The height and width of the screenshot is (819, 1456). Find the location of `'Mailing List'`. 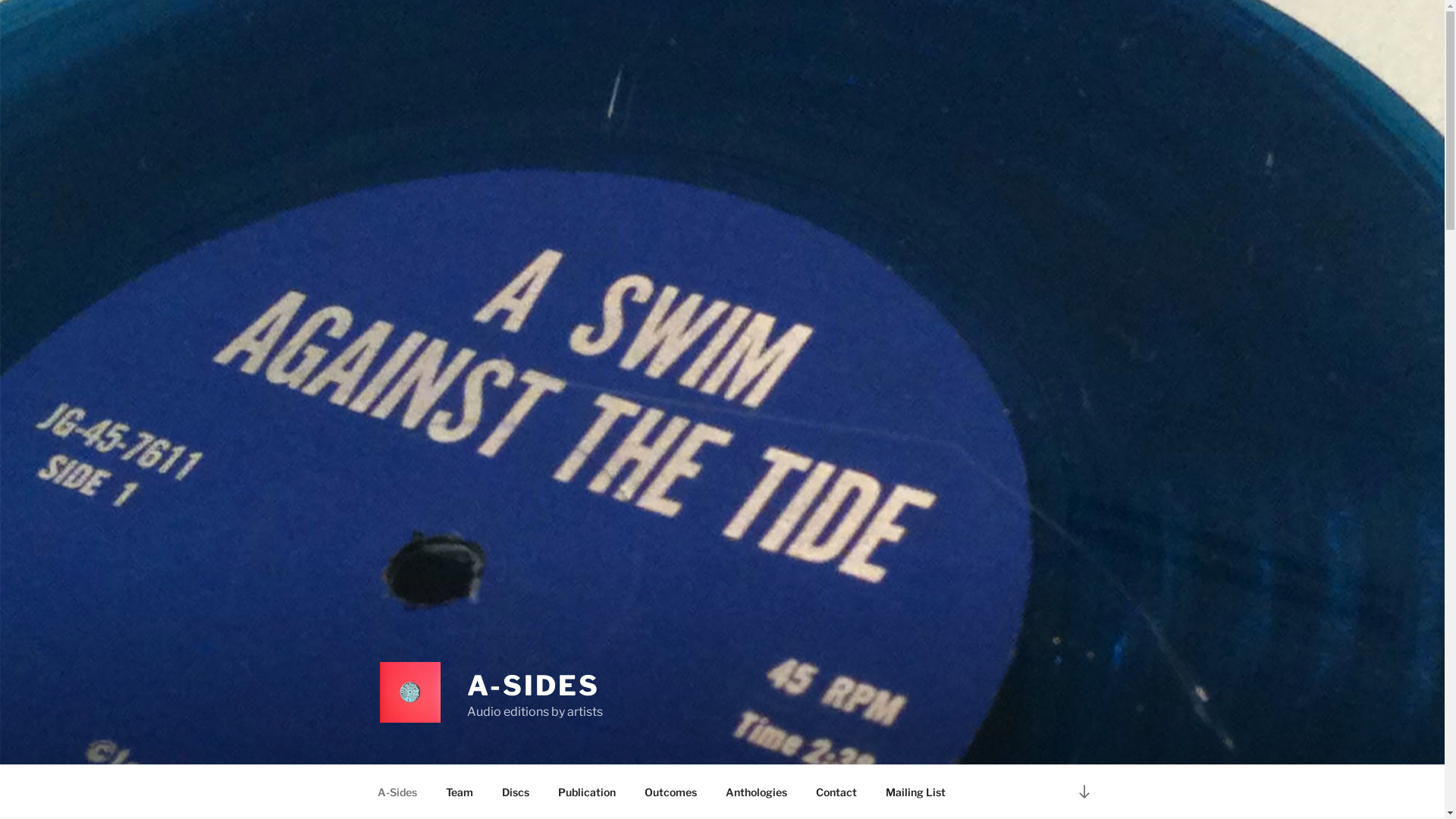

'Mailing List' is located at coordinates (914, 791).